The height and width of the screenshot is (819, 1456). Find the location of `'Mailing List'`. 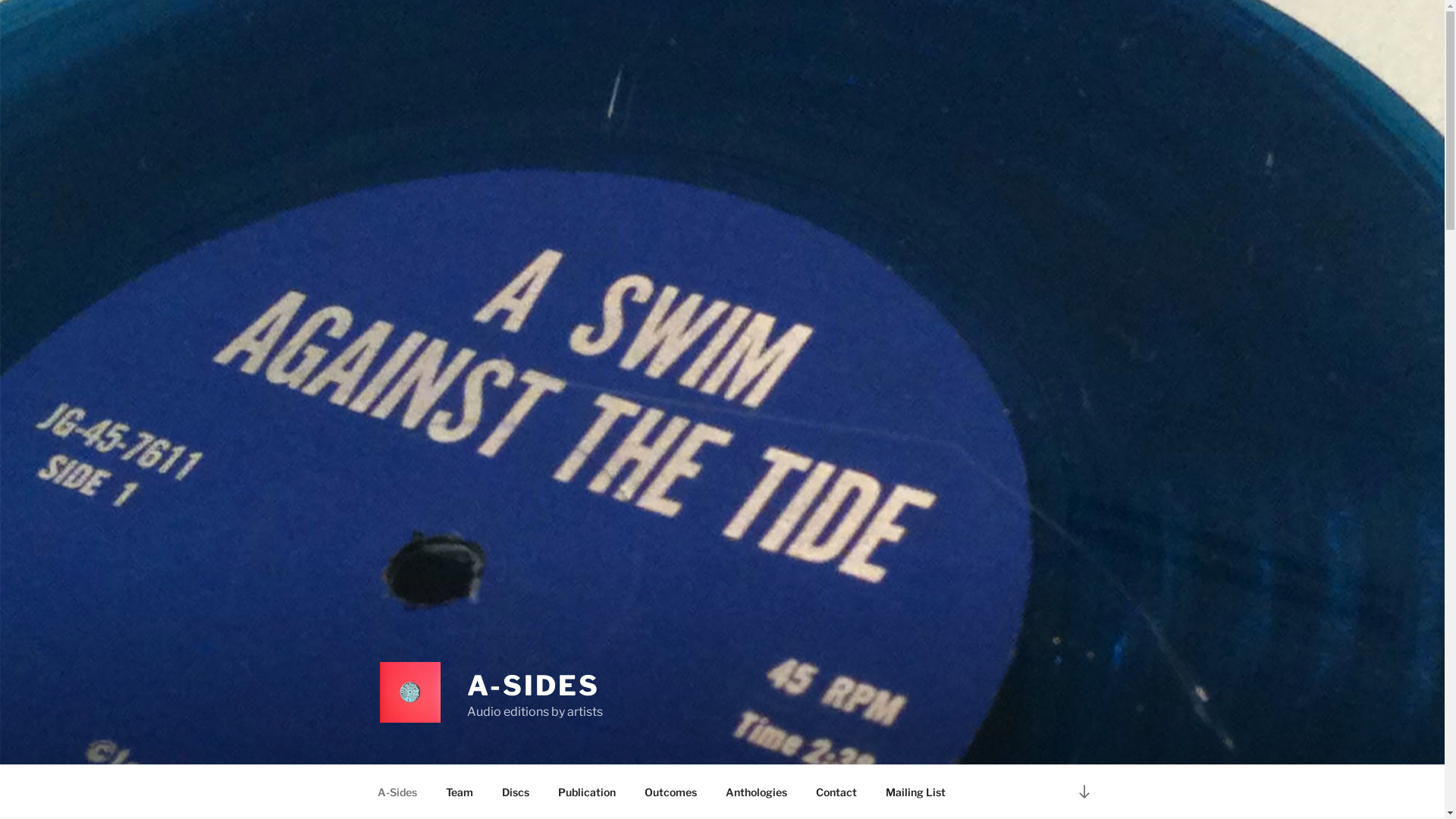

'Mailing List' is located at coordinates (914, 791).